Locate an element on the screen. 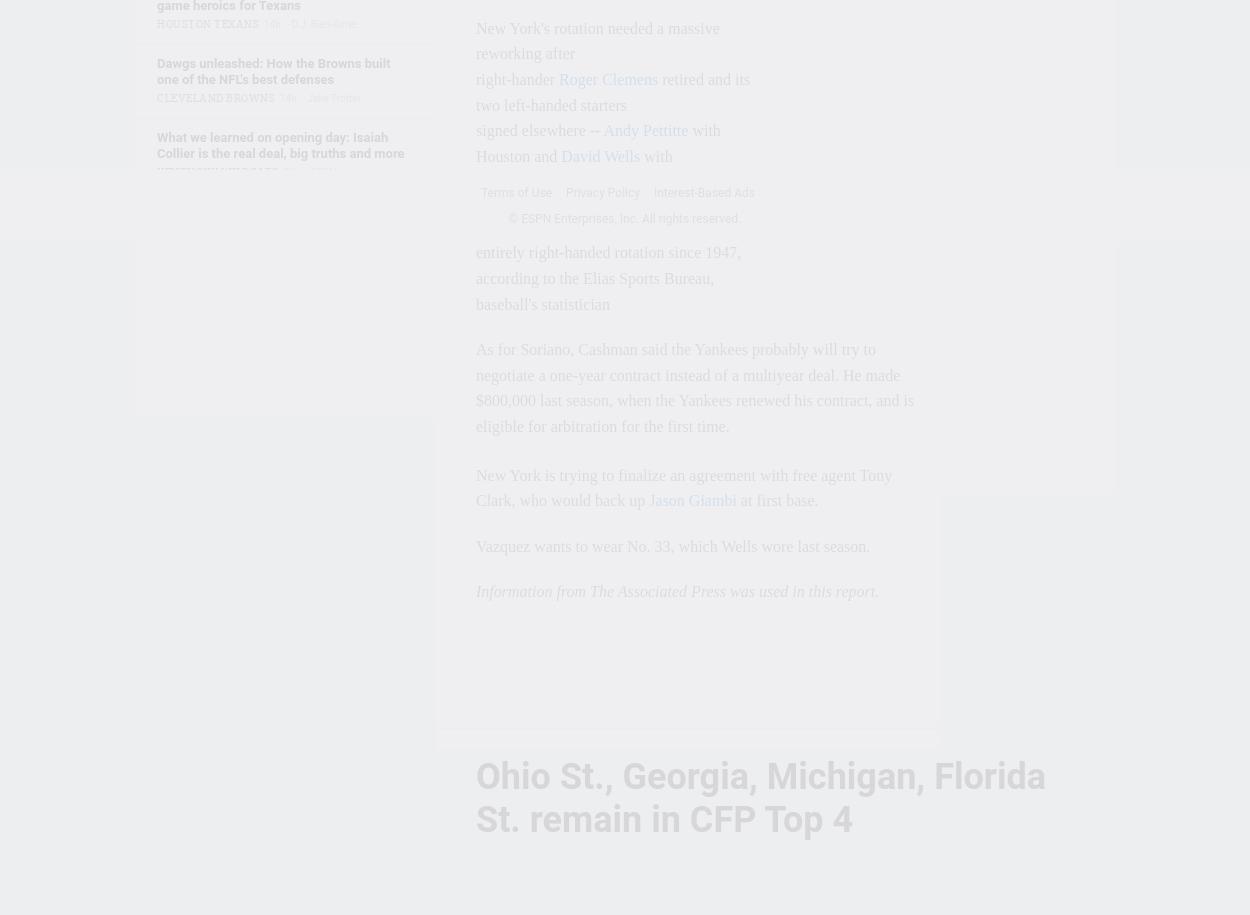 The image size is (1250, 915). 'Ohio St., Georgia, Michigan, Florida St. remain in CFP Top 4' is located at coordinates (475, 797).